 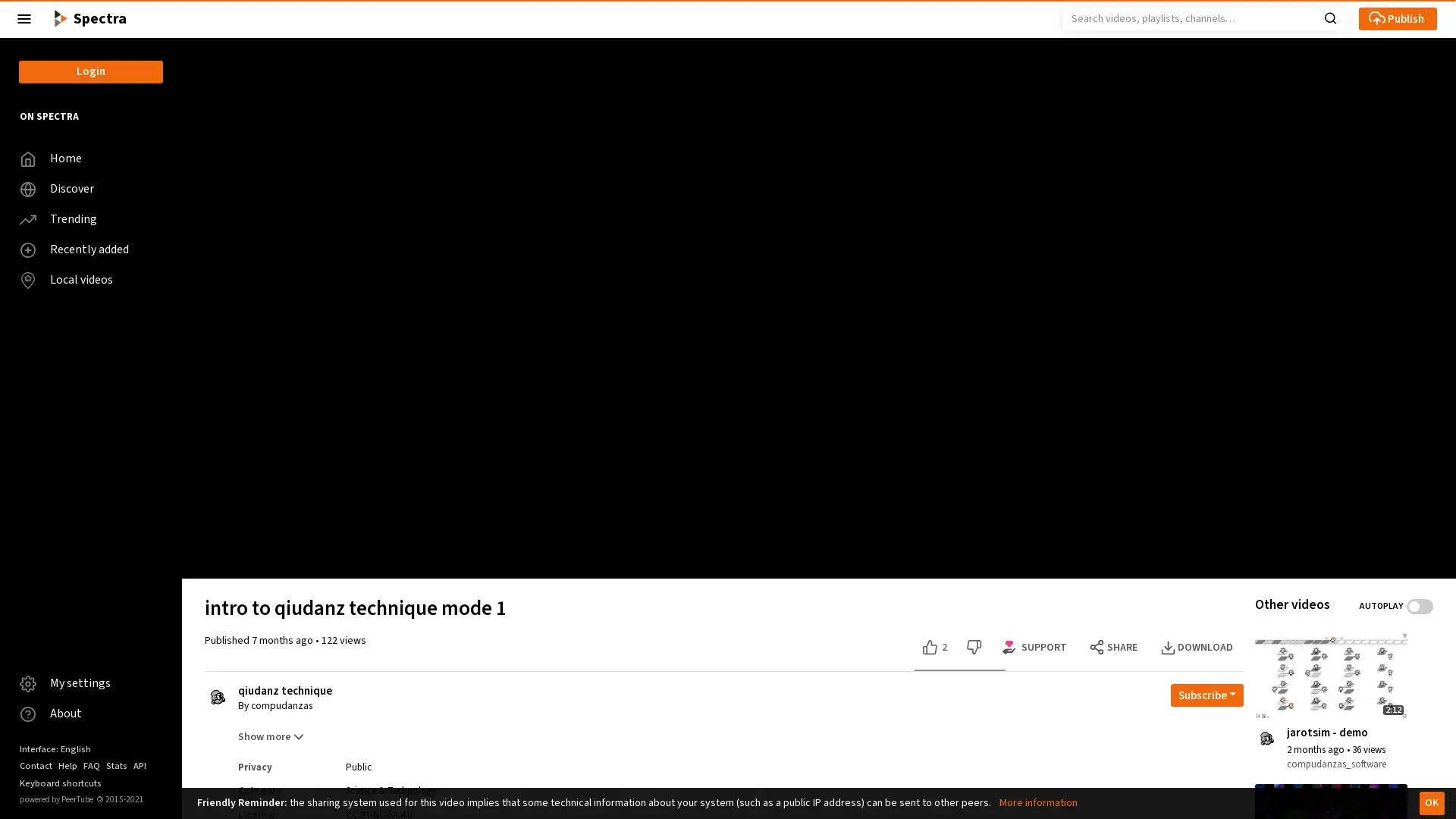 I want to click on Support options for this video, so click(x=1034, y=647).